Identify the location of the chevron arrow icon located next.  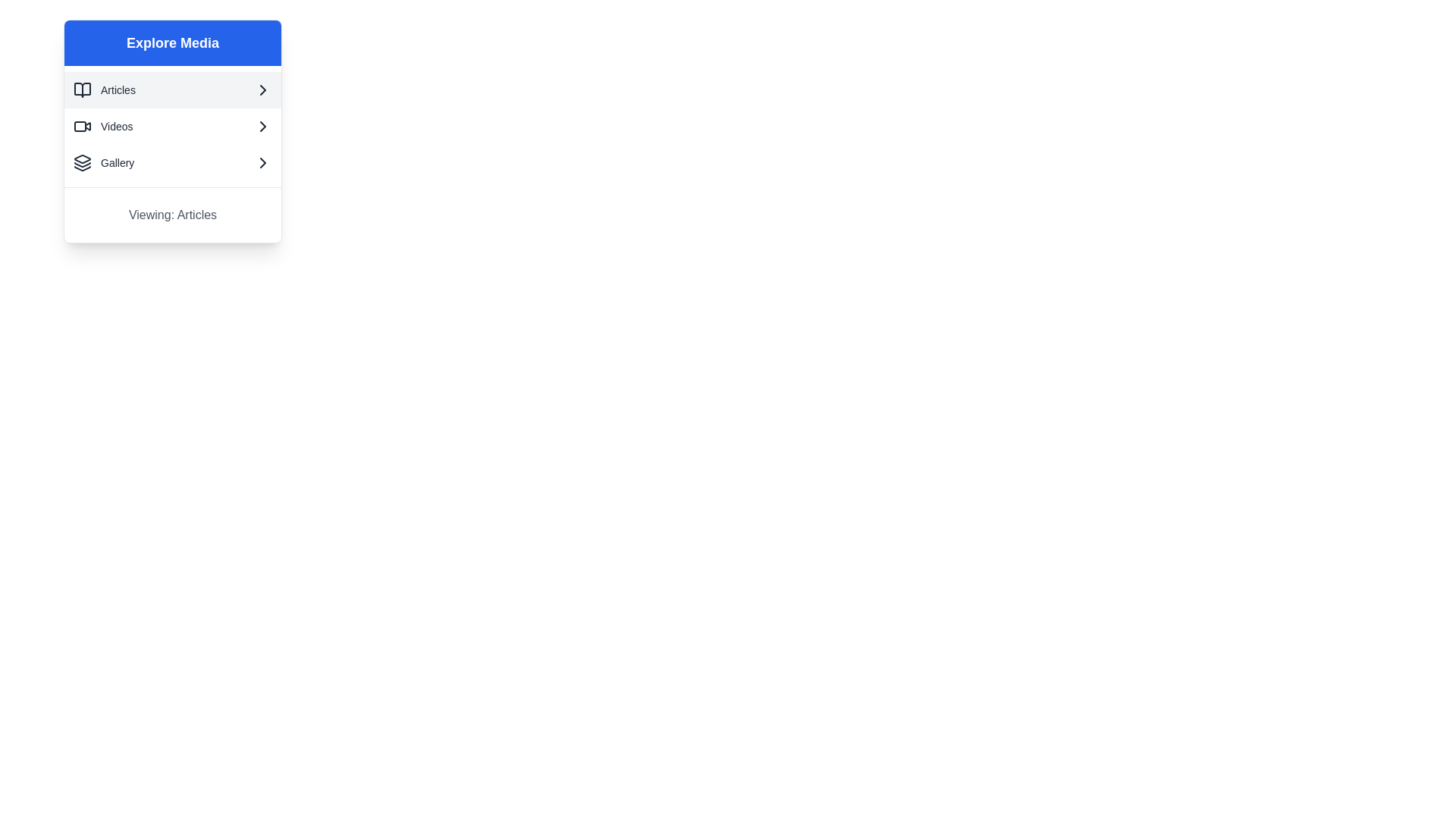
(262, 90).